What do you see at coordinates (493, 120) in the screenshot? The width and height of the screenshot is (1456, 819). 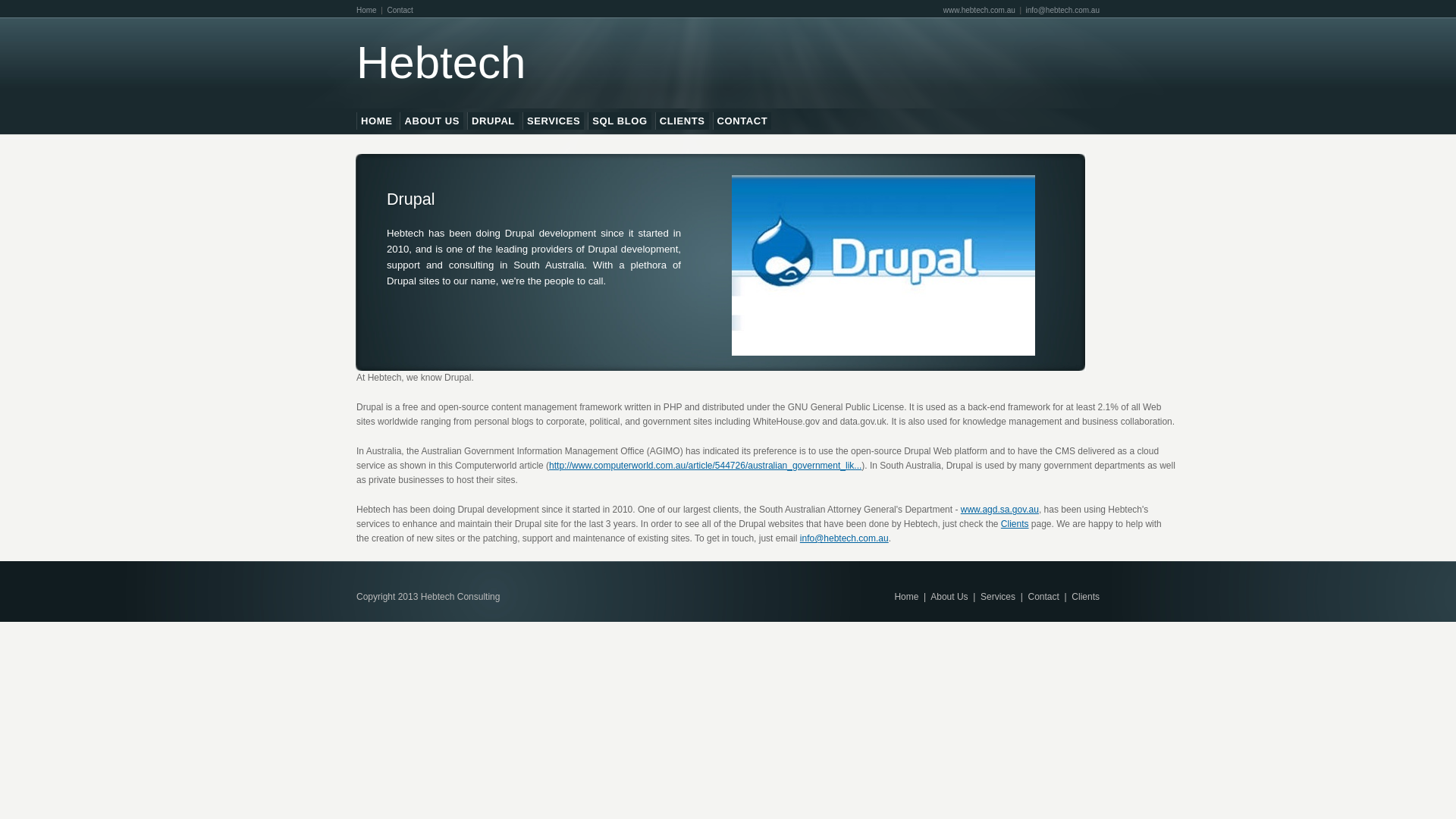 I see `'DRUPAL'` at bounding box center [493, 120].